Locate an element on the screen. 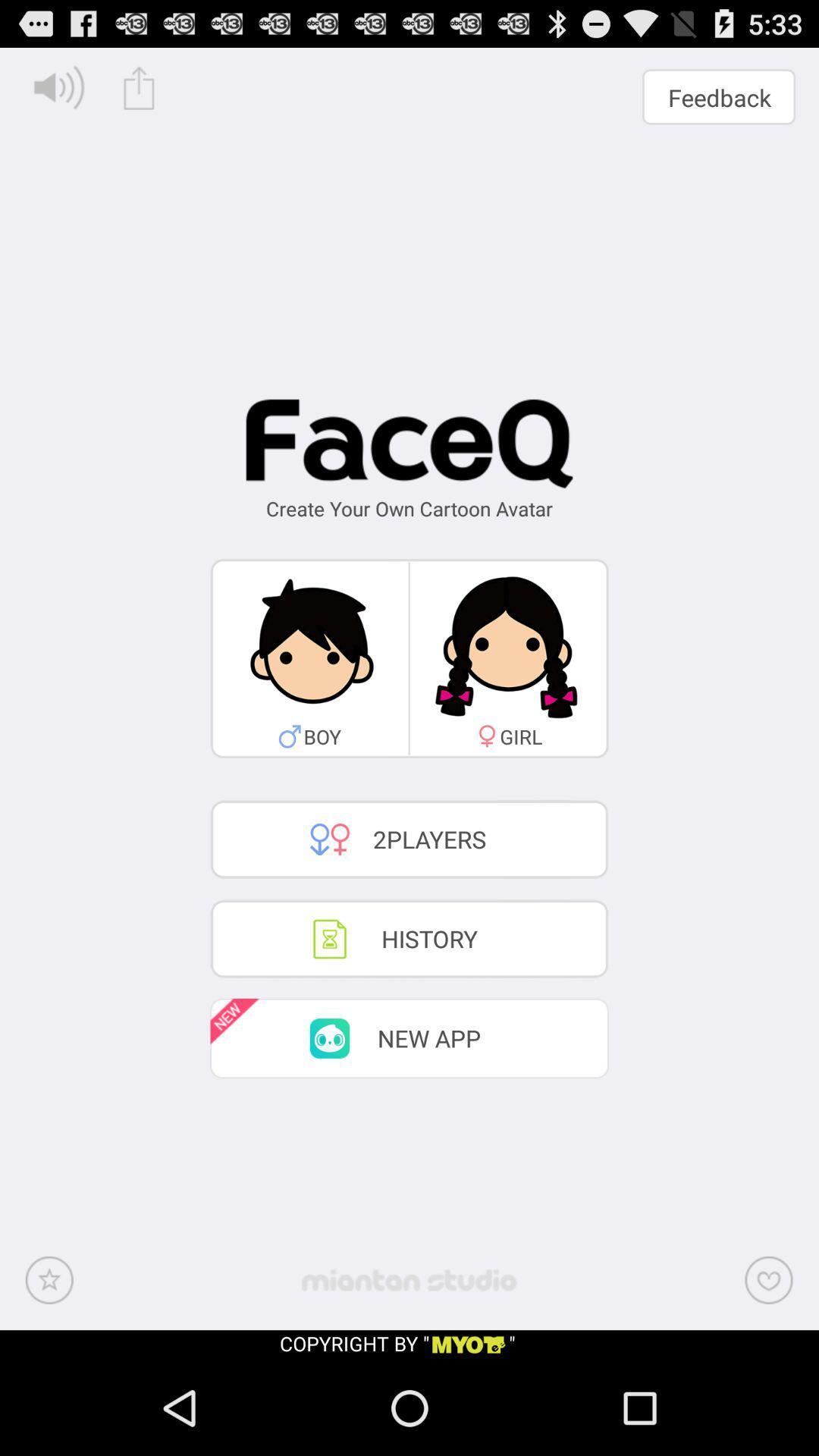  the volume icon is located at coordinates (58, 86).